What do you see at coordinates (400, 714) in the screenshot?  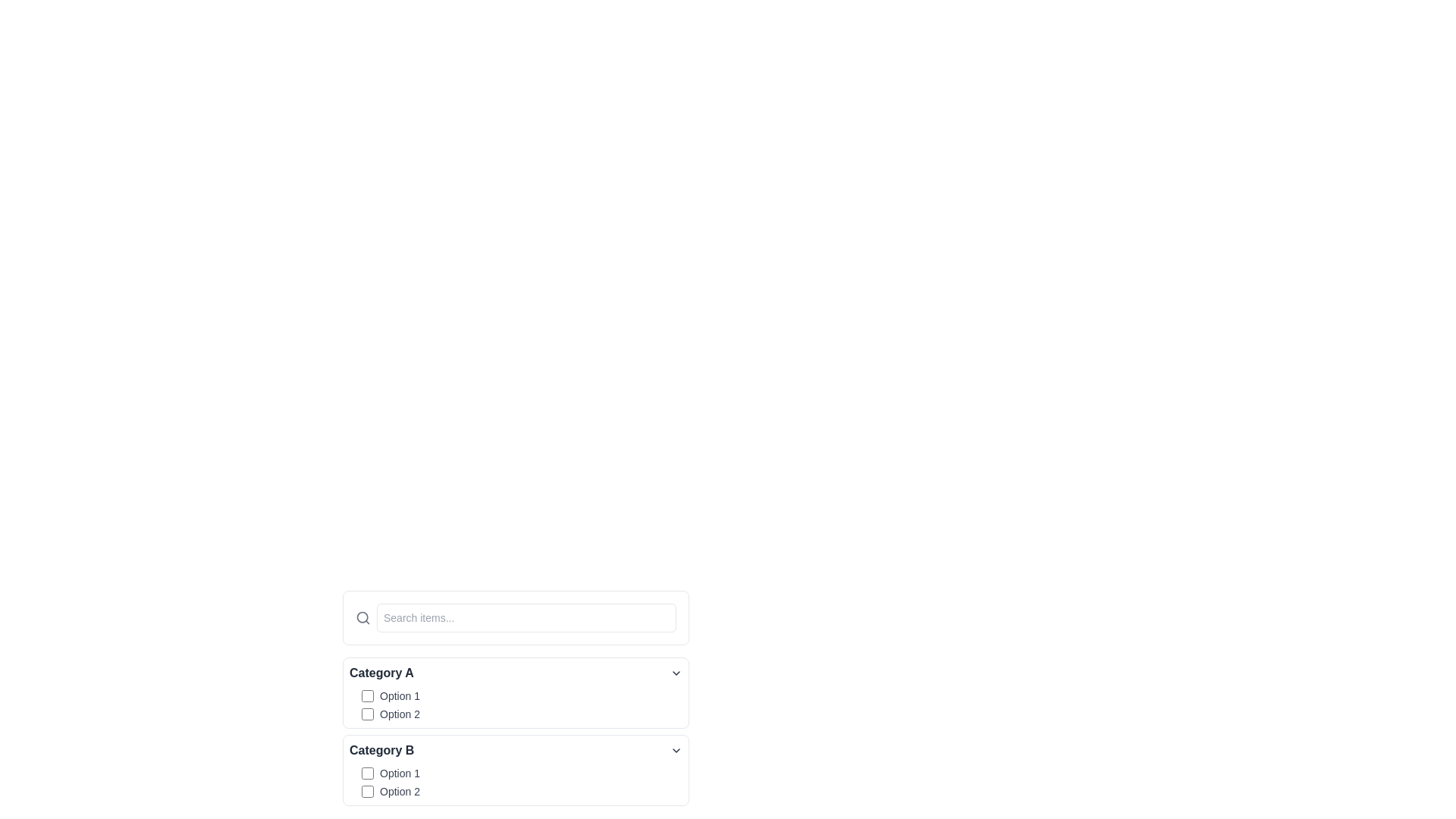 I see `label 'Option 2' which is displayed in light gray font and is located next to a checkbox in the 'Category A' section` at bounding box center [400, 714].